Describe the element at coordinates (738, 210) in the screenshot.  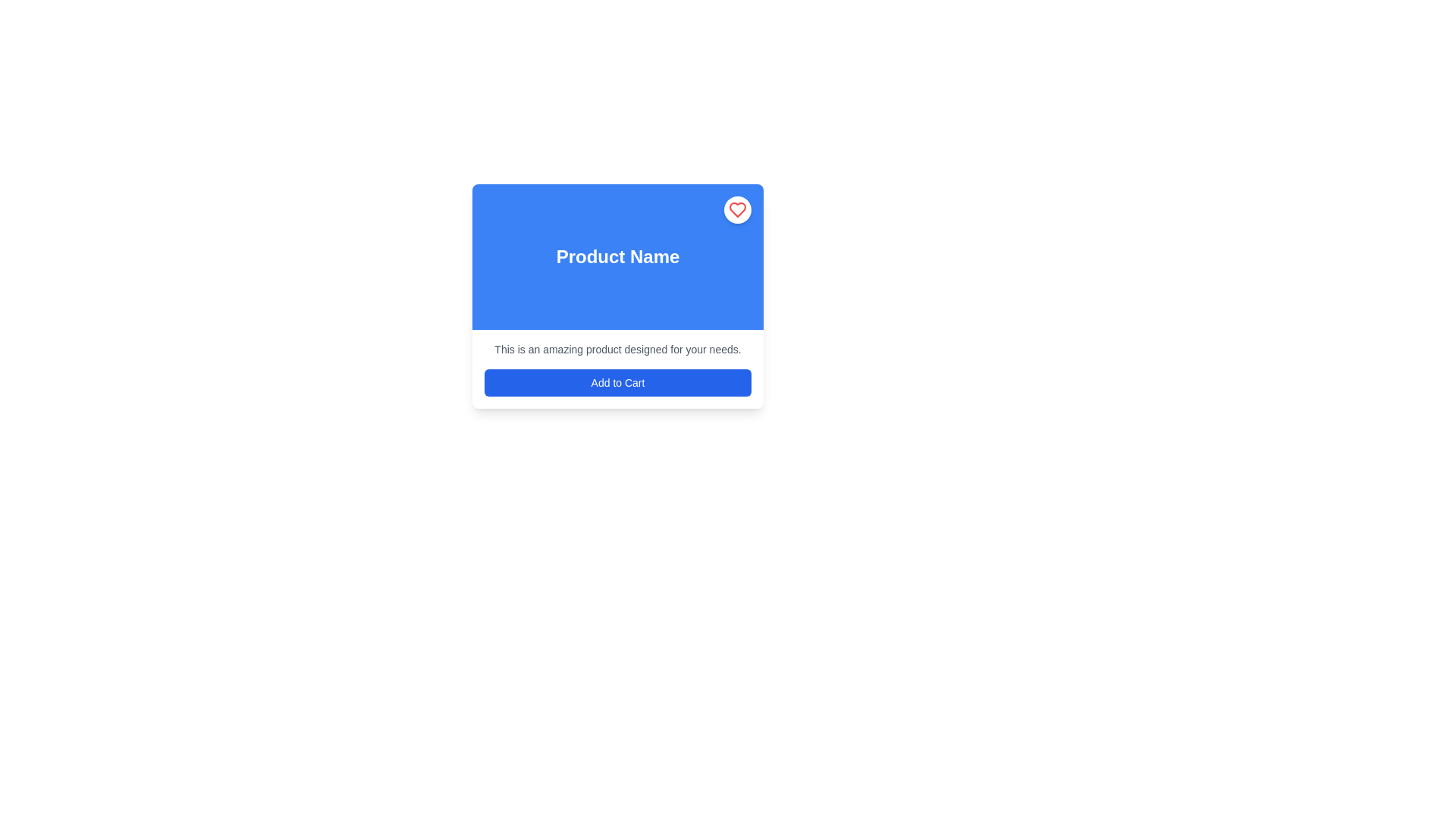
I see `the circular button with a red heart icon located at the top-right corner of the blue header area of the 'Product Name' card to like or favorite the item` at that location.